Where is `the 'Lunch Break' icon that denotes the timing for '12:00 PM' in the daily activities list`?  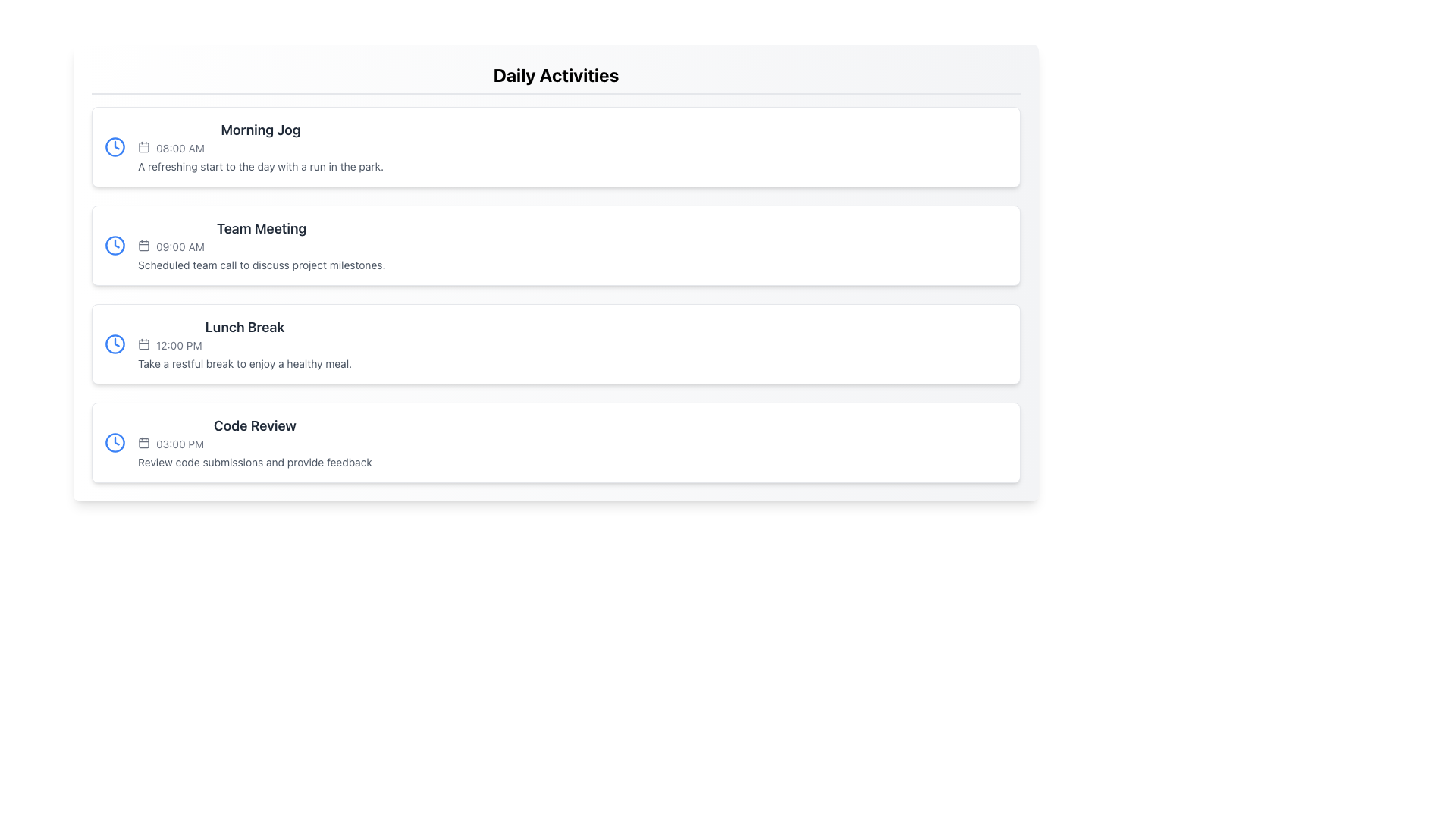 the 'Lunch Break' icon that denotes the timing for '12:00 PM' in the daily activities list is located at coordinates (144, 344).